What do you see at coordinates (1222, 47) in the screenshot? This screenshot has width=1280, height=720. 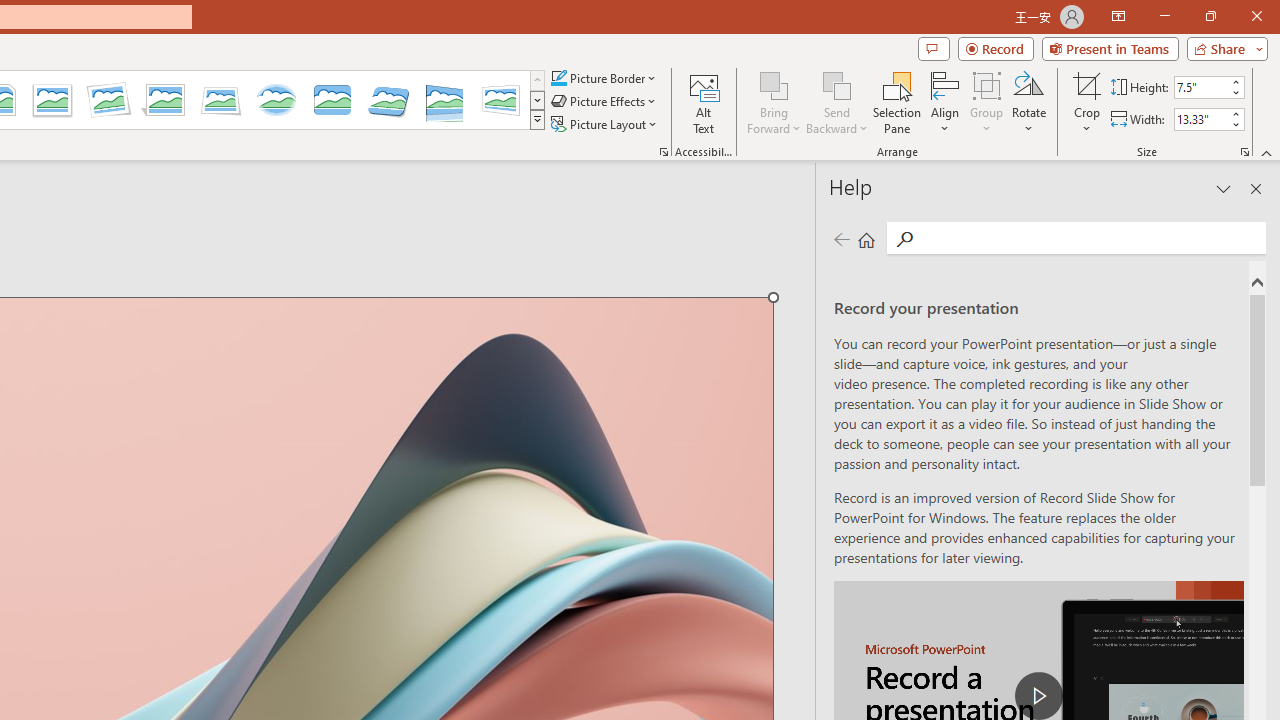 I see `'Share'` at bounding box center [1222, 47].